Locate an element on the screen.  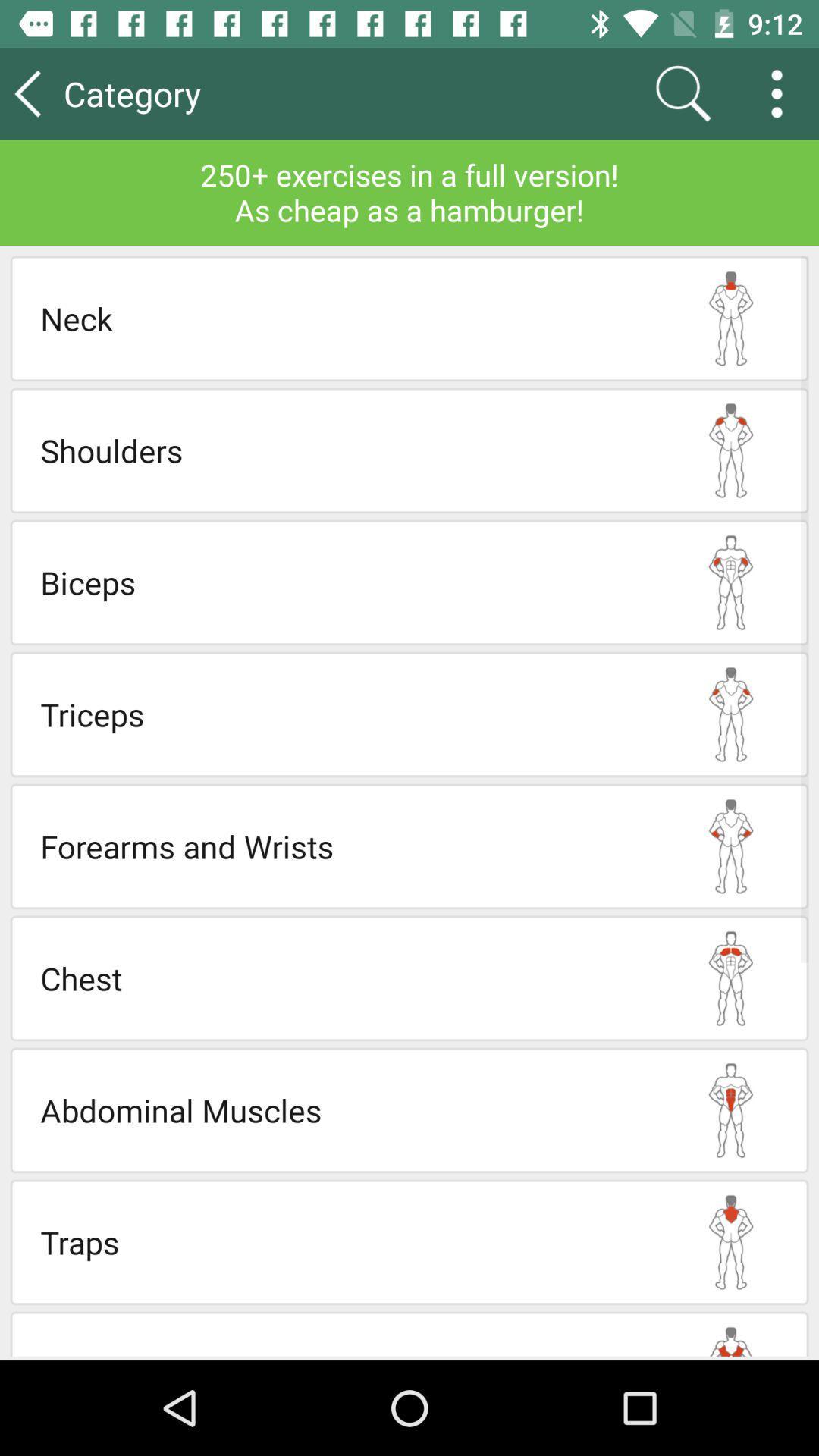
biceps is located at coordinates (347, 582).